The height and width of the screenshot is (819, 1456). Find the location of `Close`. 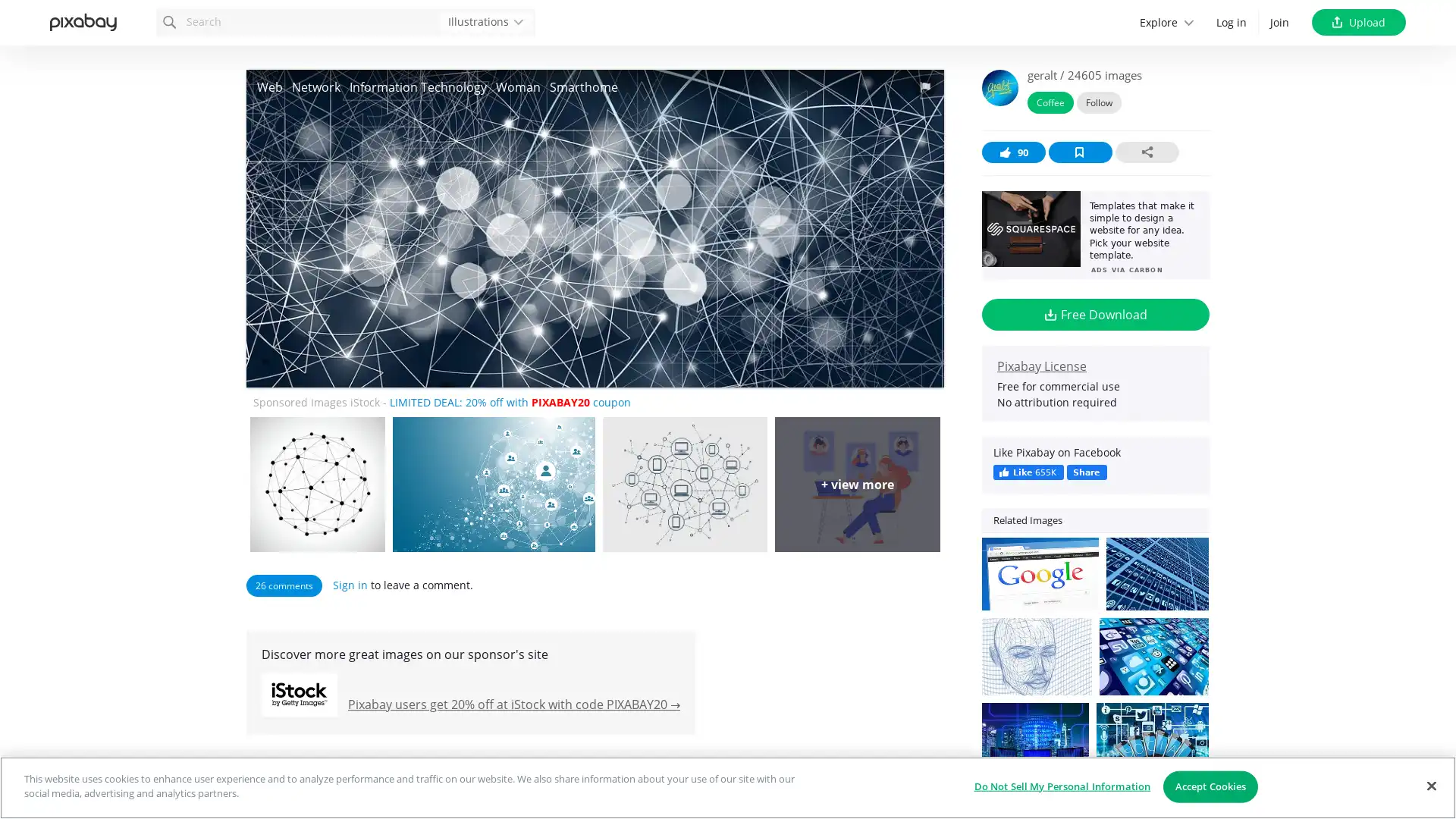

Close is located at coordinates (1430, 785).